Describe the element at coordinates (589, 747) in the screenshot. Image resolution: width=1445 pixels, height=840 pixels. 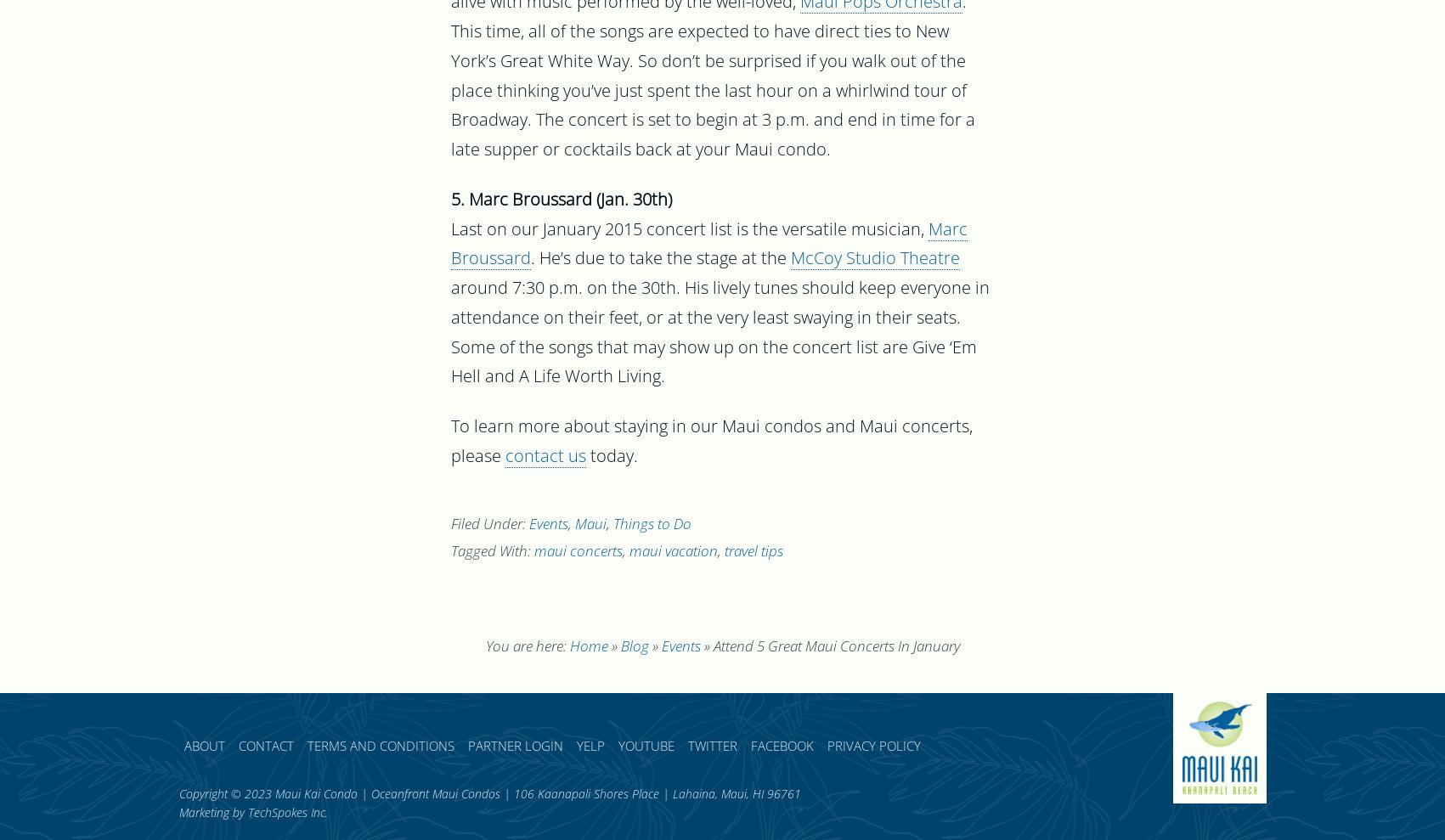
I see `'Yelp'` at that location.